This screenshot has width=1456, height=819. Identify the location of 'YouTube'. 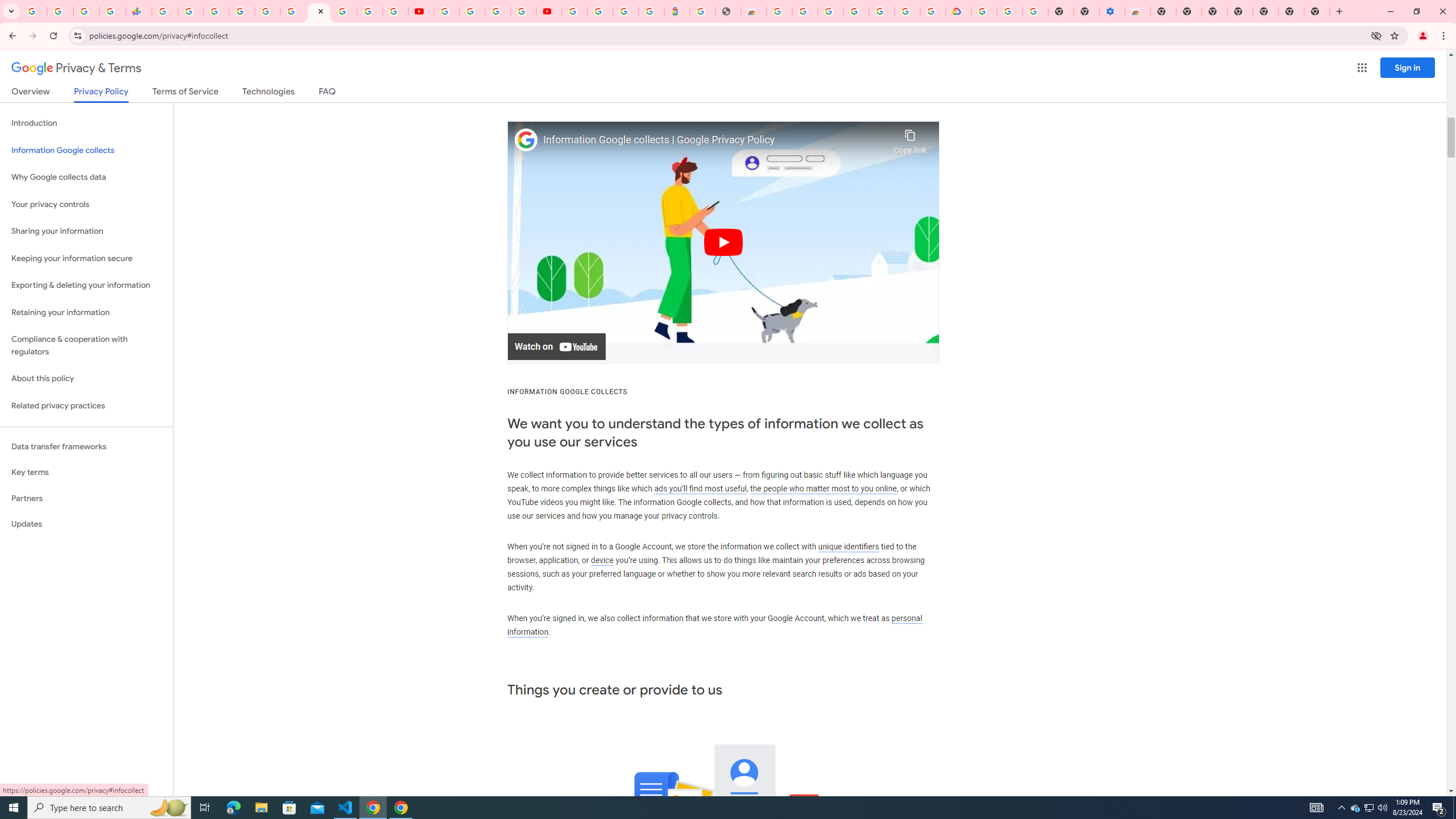
(421, 11).